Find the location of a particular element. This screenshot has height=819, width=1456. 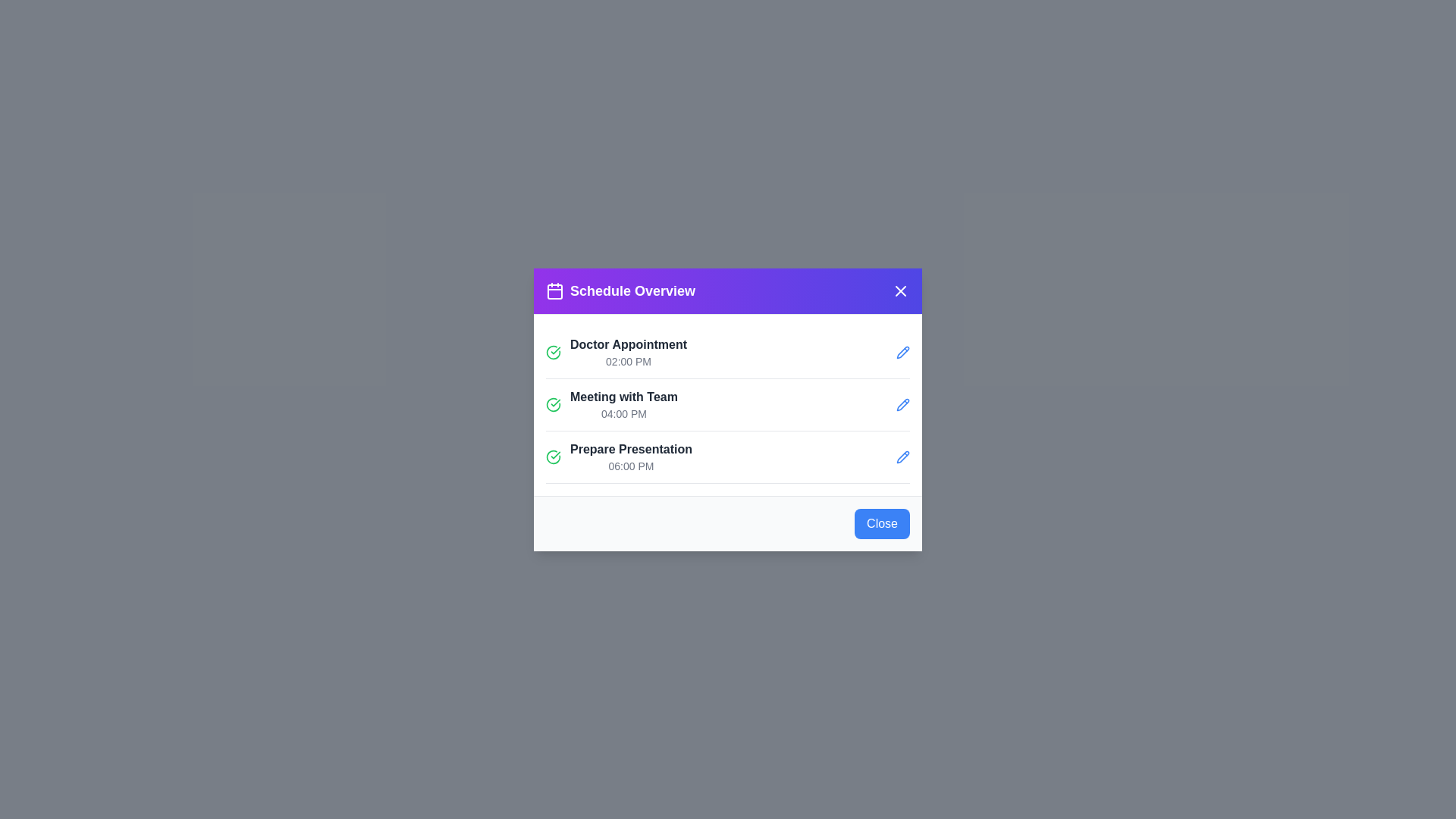

to select or interact with the 'Meeting with Team' schedule entry, which features a green circular checkmark icon and two lines of text, bold black for the title and gray for the time is located at coordinates (611, 403).